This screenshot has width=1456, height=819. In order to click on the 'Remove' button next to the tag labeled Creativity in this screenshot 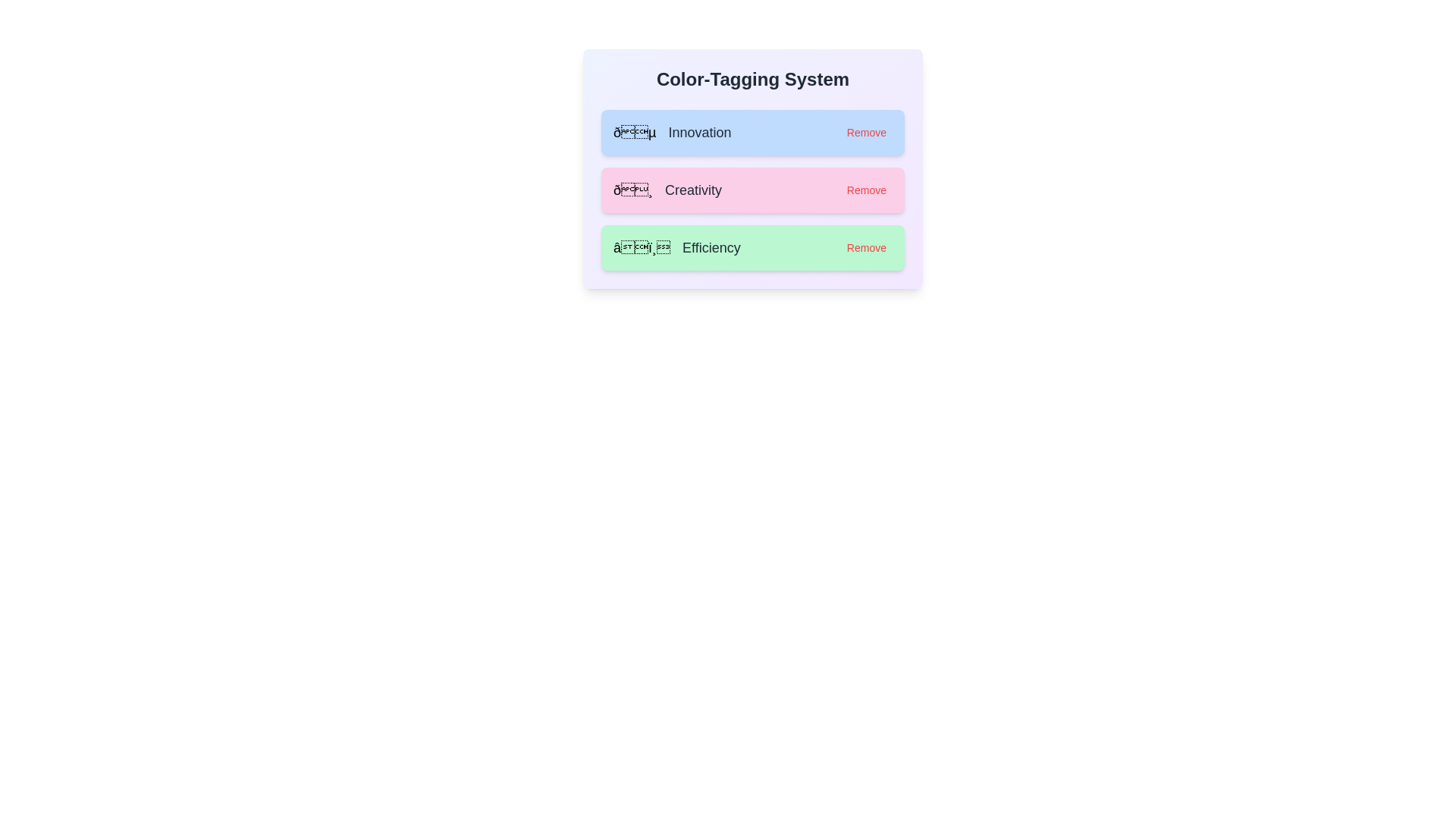, I will do `click(866, 189)`.